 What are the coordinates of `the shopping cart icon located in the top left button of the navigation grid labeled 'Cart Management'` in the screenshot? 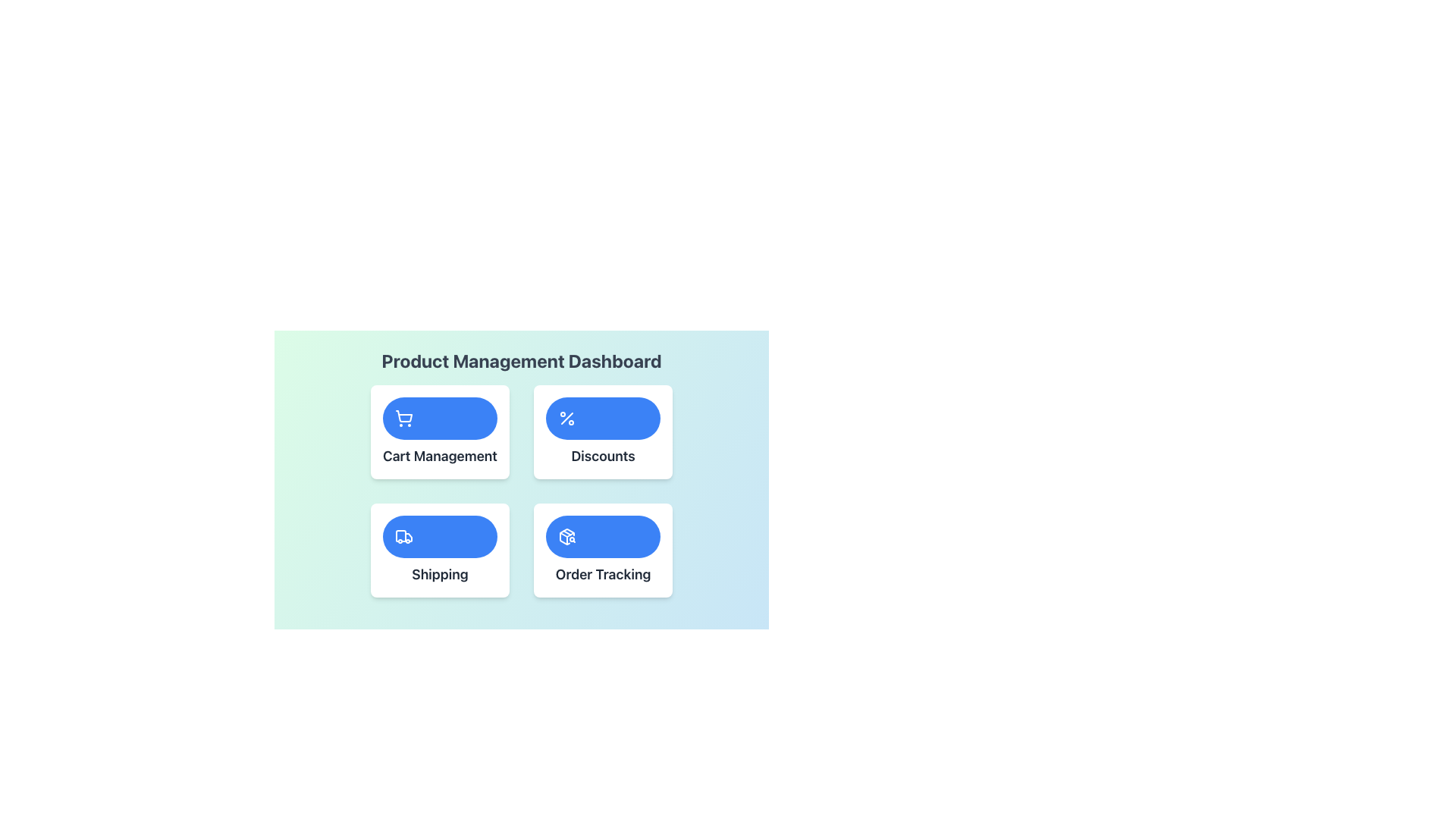 It's located at (403, 418).